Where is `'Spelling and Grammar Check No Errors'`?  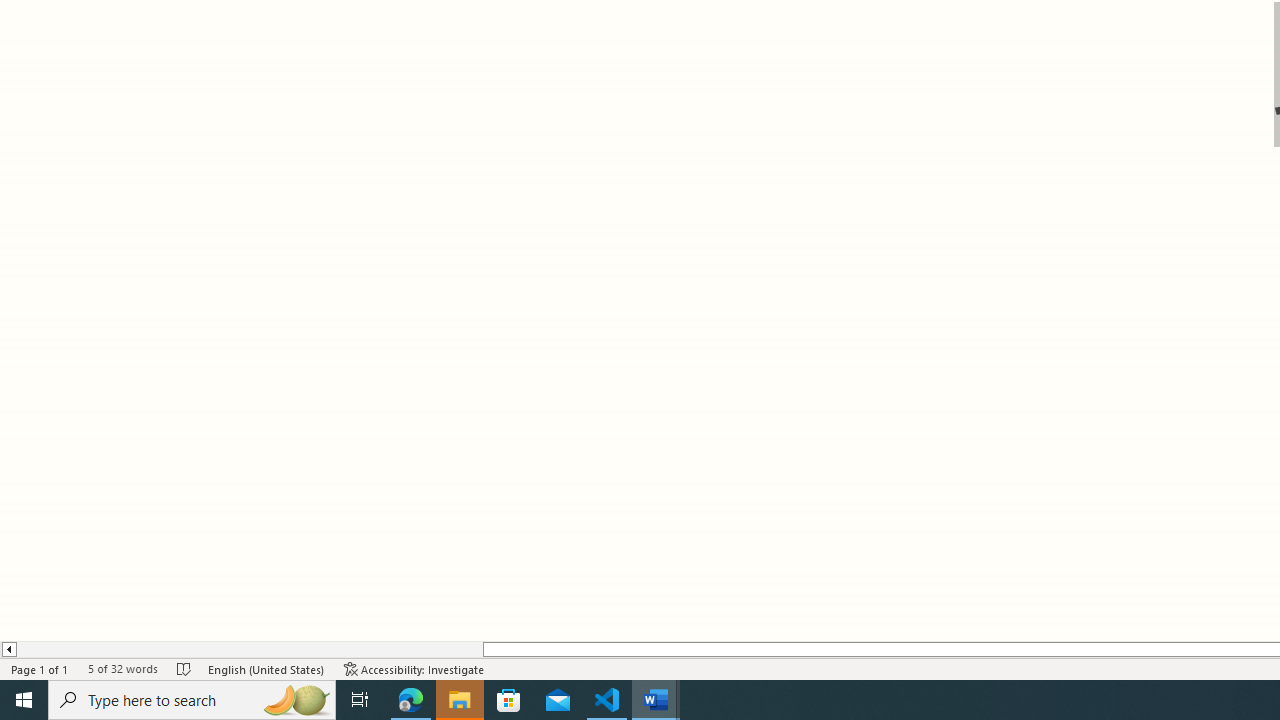 'Spelling and Grammar Check No Errors' is located at coordinates (184, 669).